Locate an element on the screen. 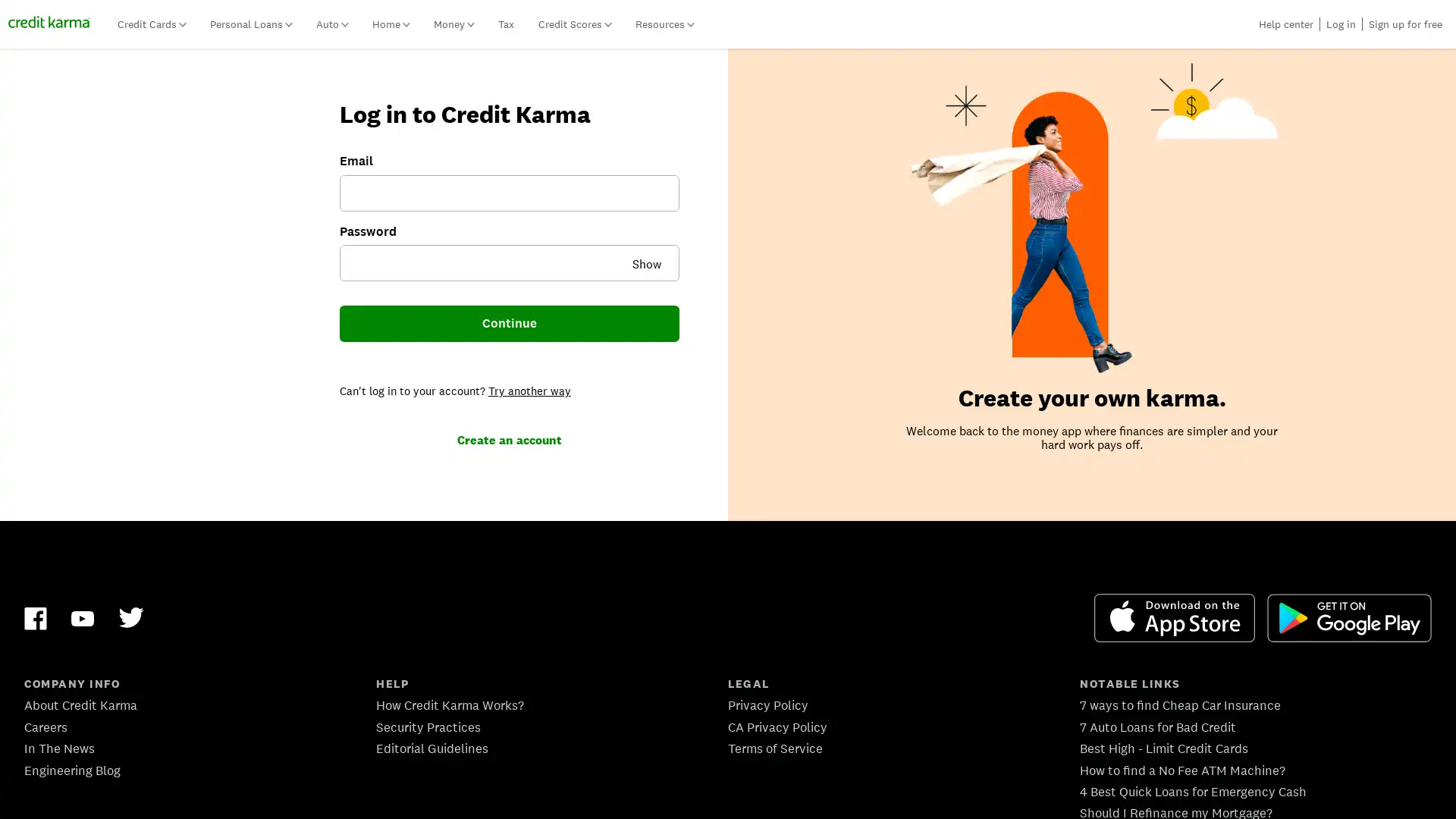  Continue is located at coordinates (510, 323).